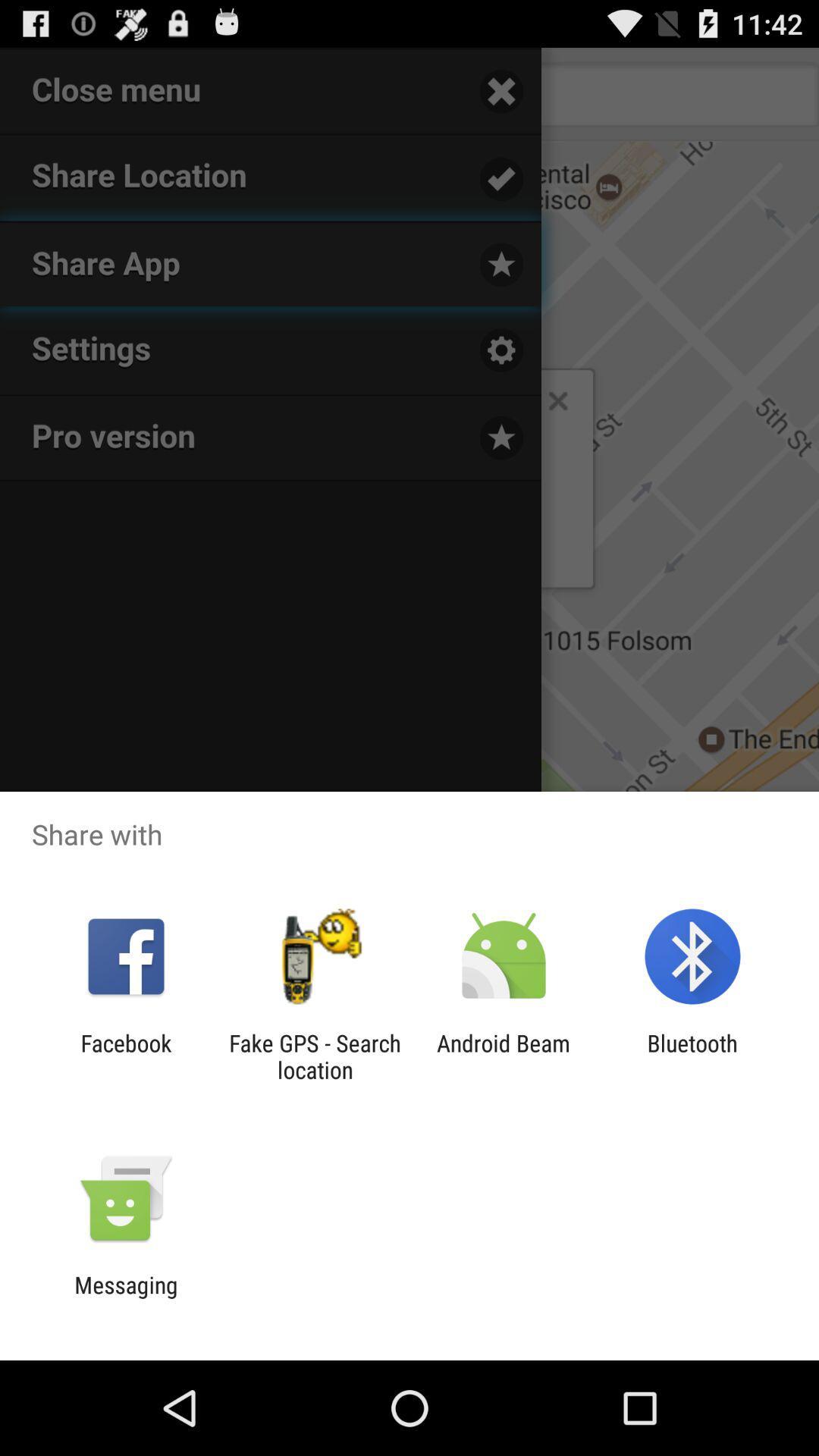 The image size is (819, 1456). Describe the element at coordinates (125, 1298) in the screenshot. I see `the messaging` at that location.